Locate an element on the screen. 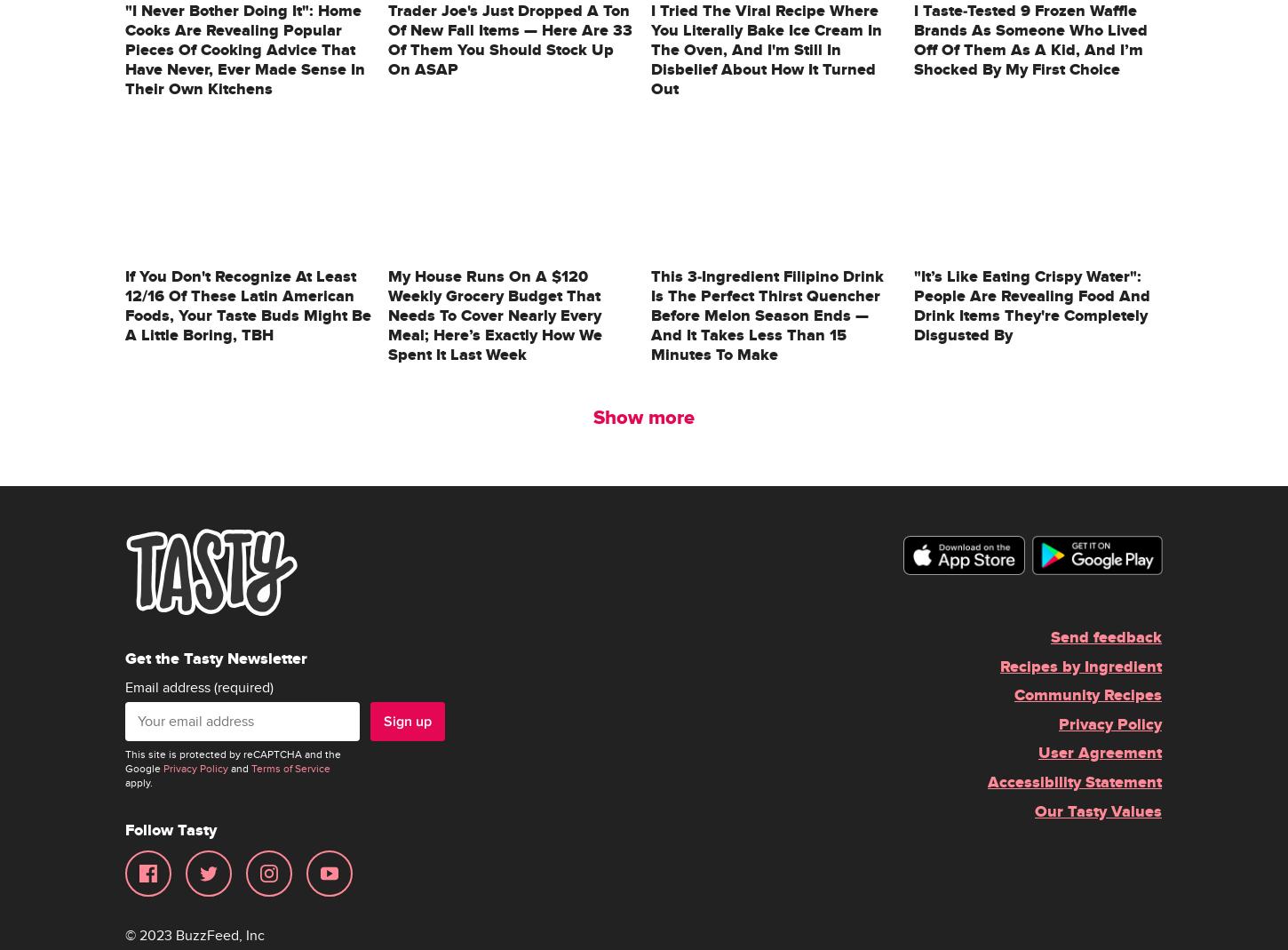 This screenshot has width=1288, height=950. 'User Agreement' is located at coordinates (1100, 754).